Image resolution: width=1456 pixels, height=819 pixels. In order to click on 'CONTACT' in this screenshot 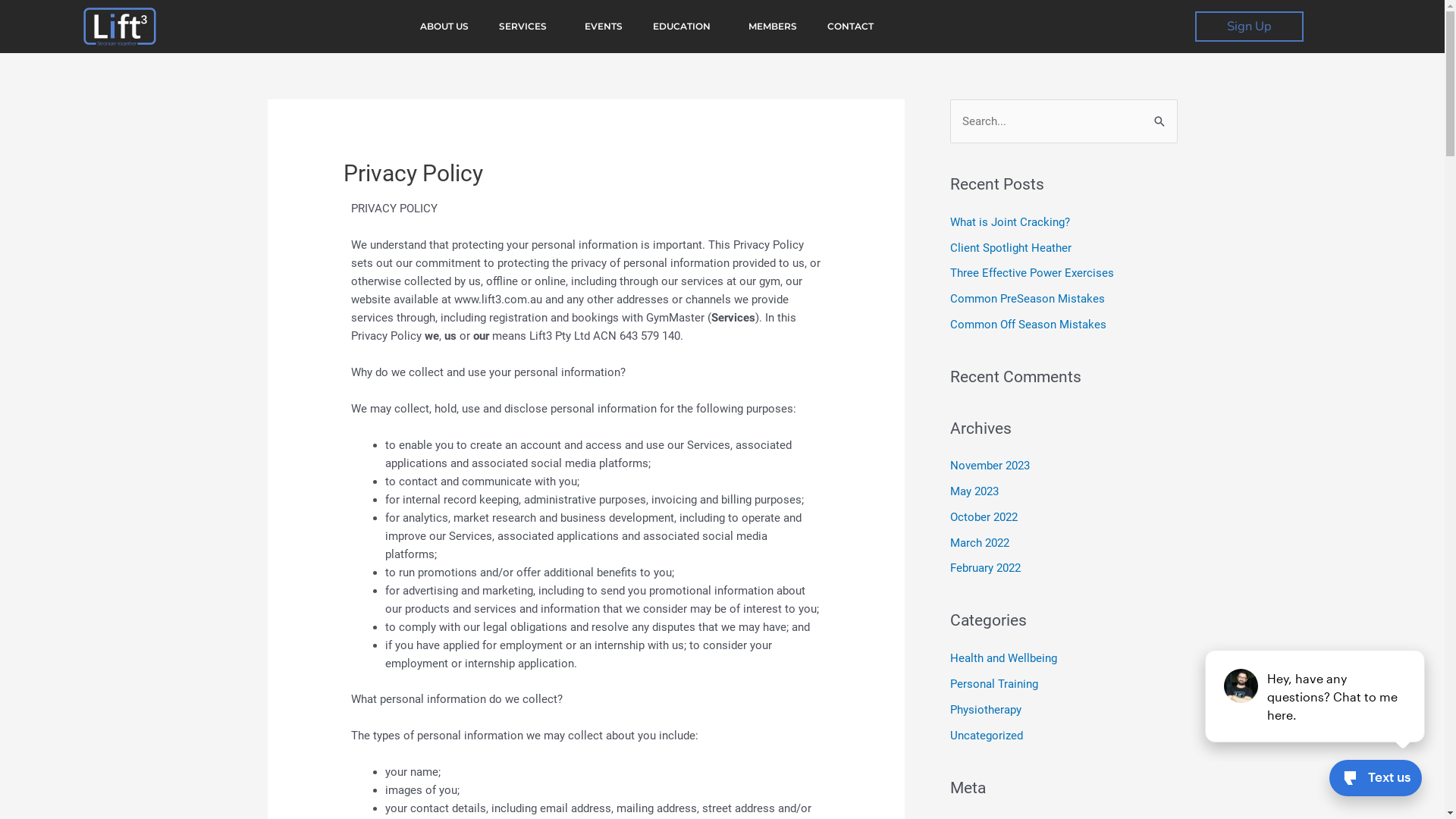, I will do `click(850, 26)`.